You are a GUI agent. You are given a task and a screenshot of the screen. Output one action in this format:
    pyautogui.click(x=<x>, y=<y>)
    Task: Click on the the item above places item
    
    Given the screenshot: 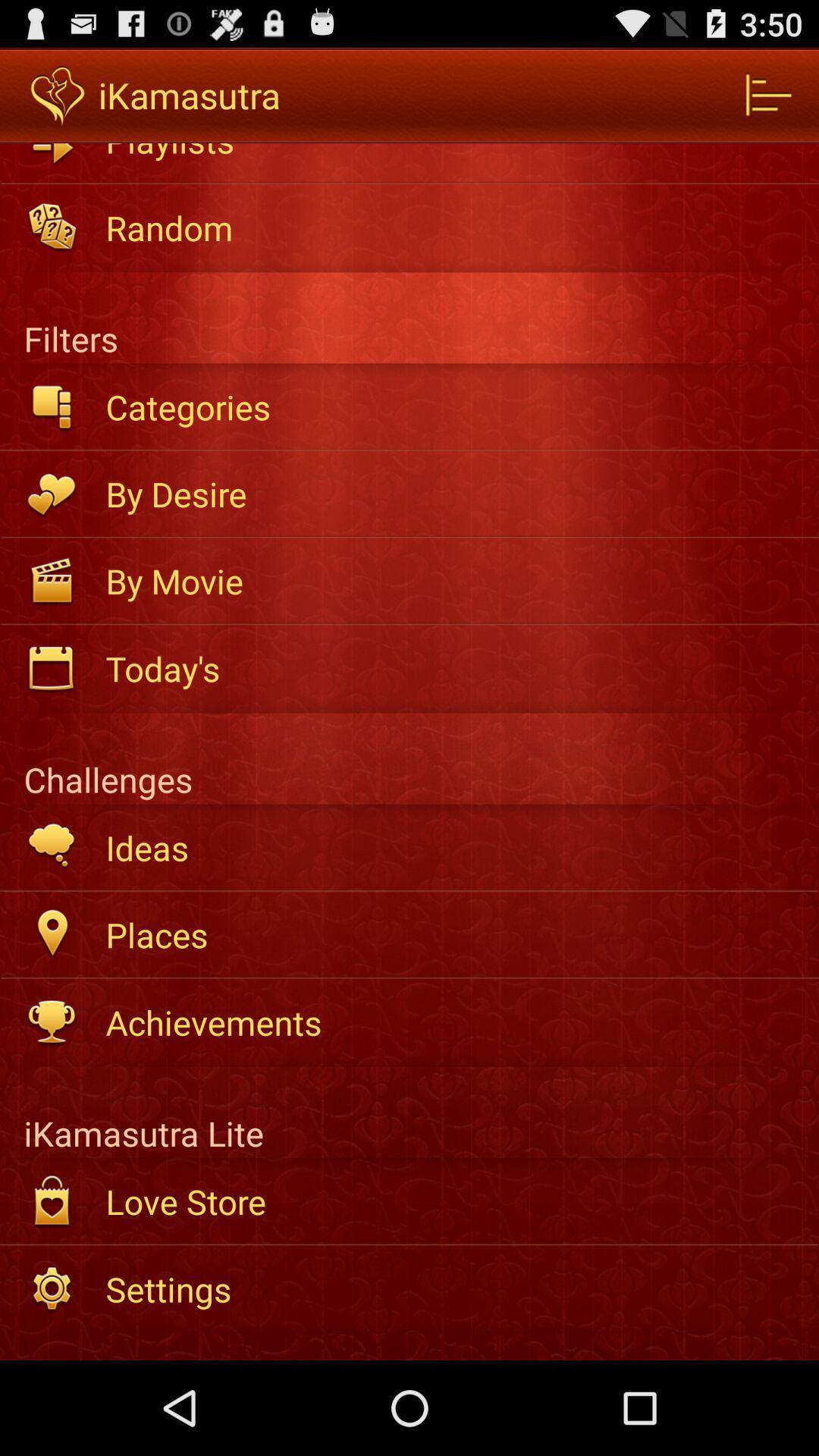 What is the action you would take?
    pyautogui.click(x=451, y=846)
    